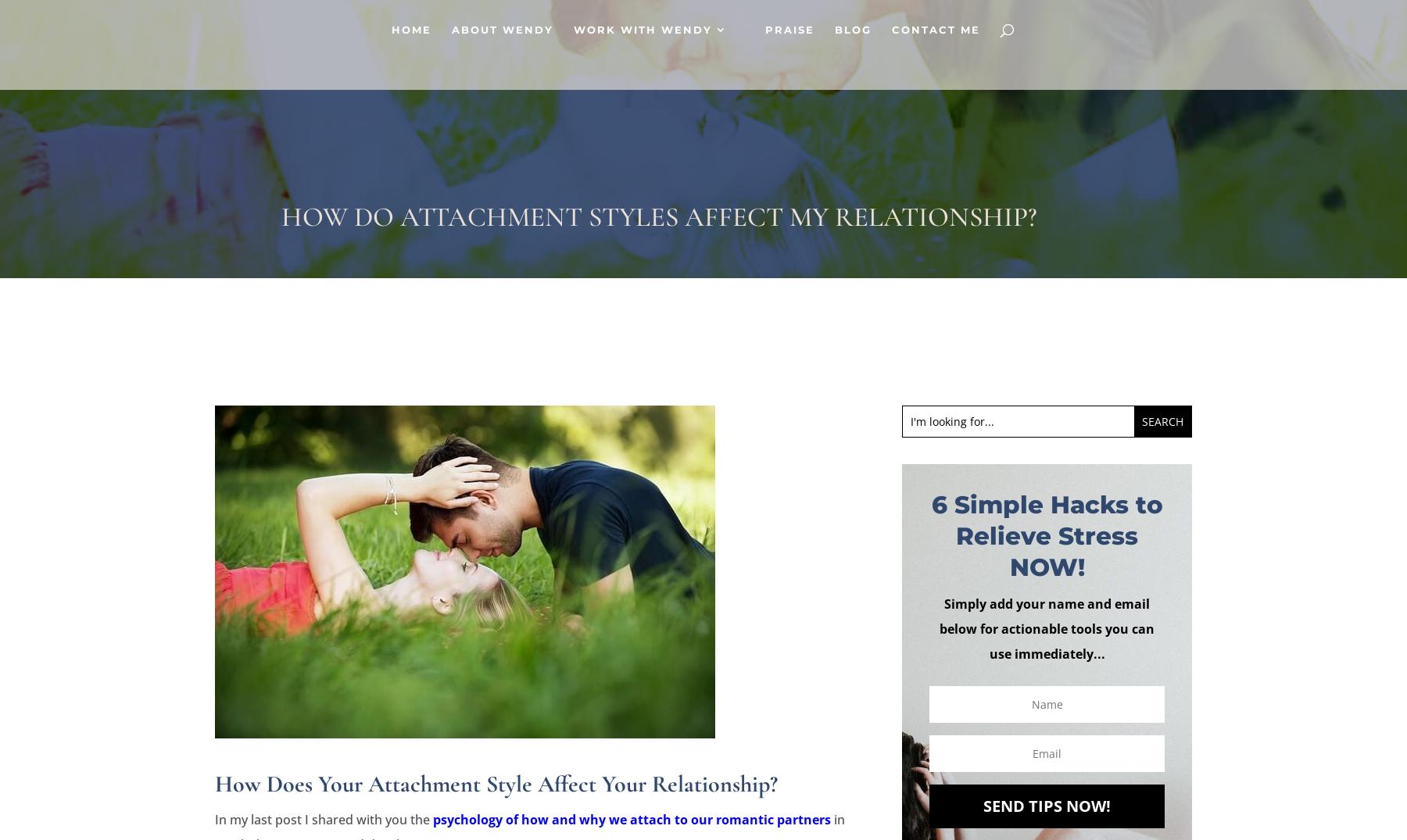 The image size is (1407, 840). Describe the element at coordinates (854, 249) in the screenshot. I see `'How To Stop Self Sabotaging'` at that location.